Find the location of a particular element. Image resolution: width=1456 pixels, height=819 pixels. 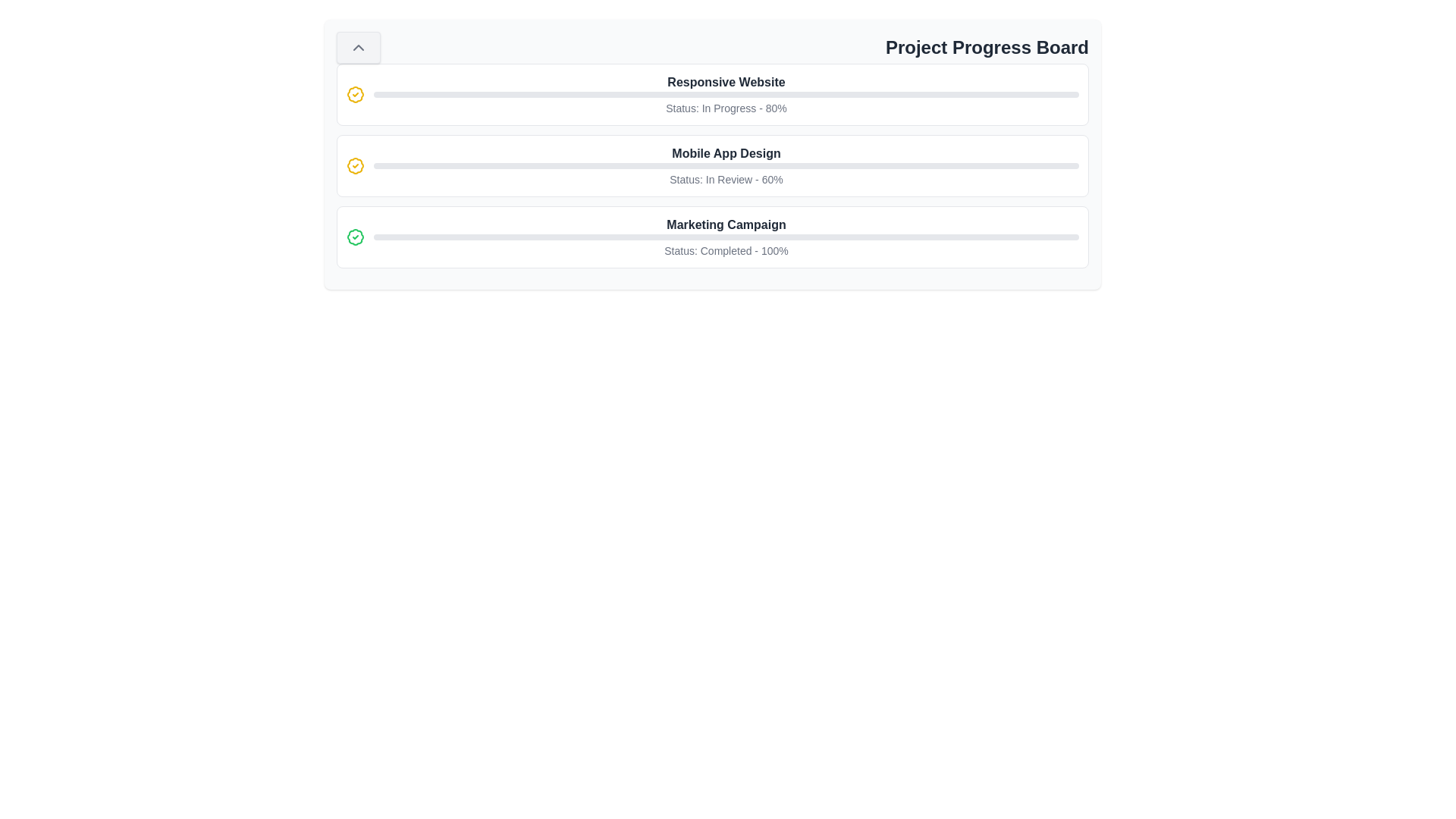

the progress bar indicating 60% completion in the 'Mobile App Design' project section is located at coordinates (726, 166).